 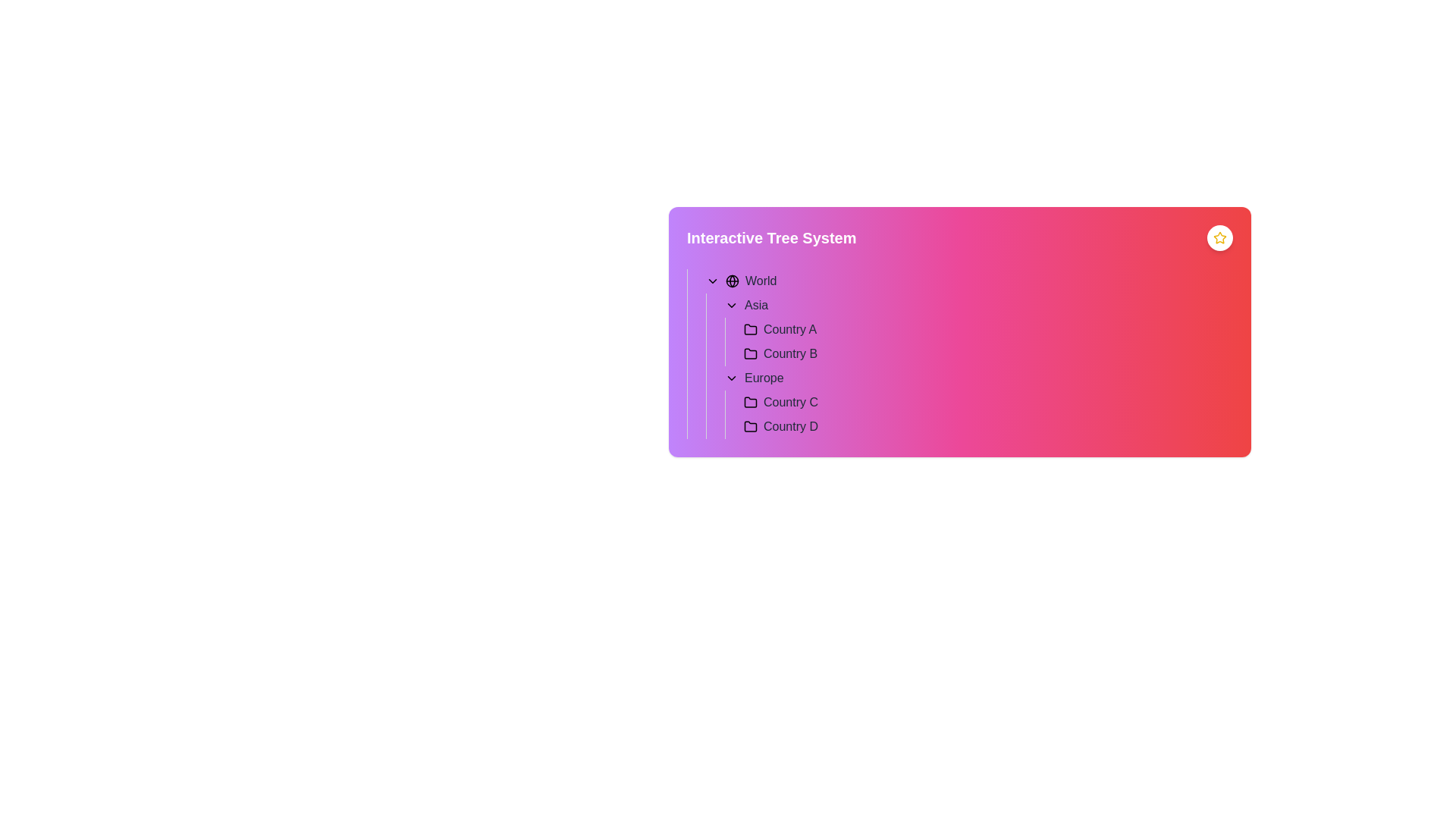 What do you see at coordinates (789, 427) in the screenshot?
I see `text label indicating 'Country D' located within the 'Europe' section of the hierarchical list under the 'Interactive Tree System'` at bounding box center [789, 427].